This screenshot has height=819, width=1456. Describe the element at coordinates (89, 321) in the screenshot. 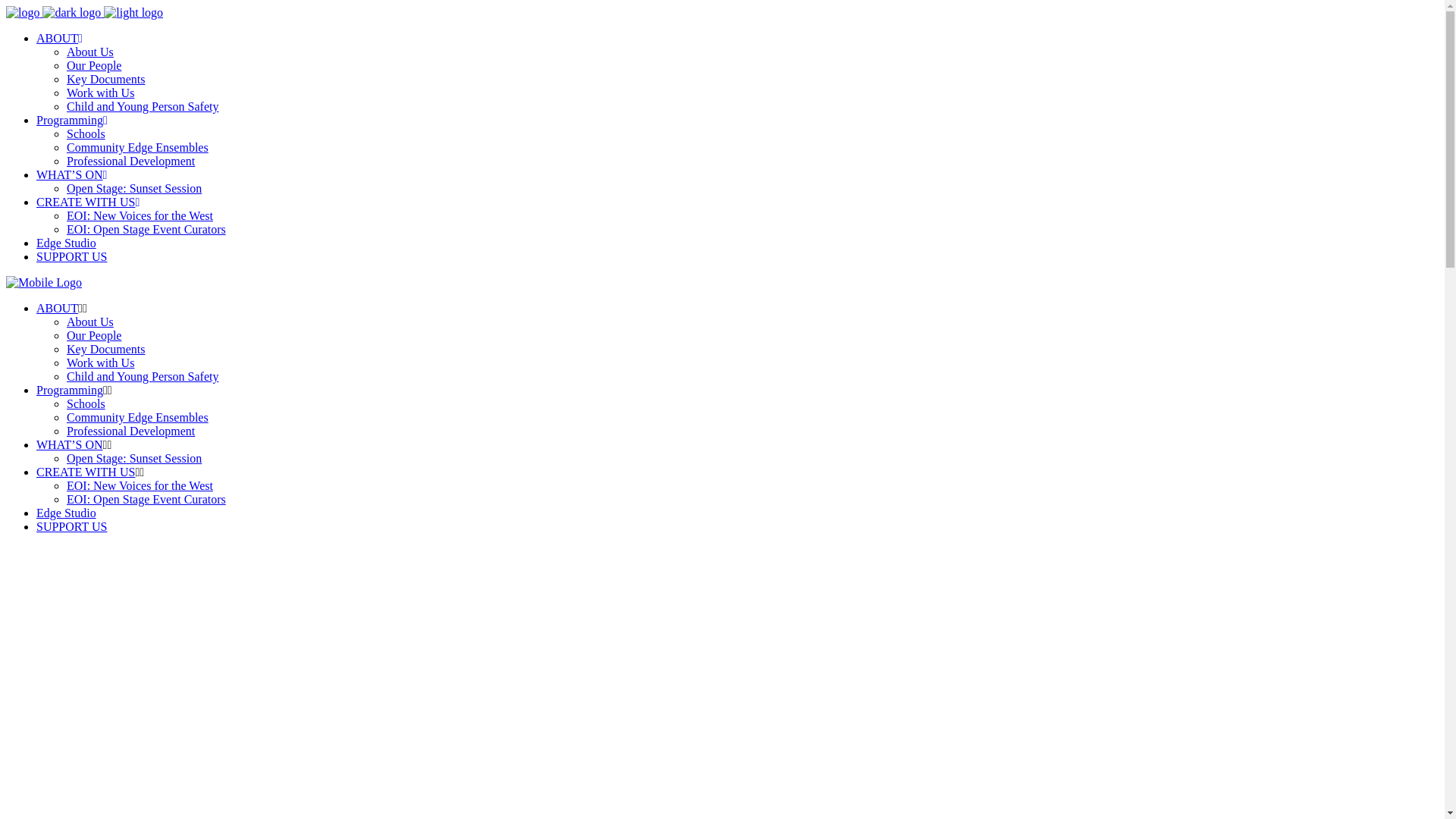

I see `'About Us'` at that location.